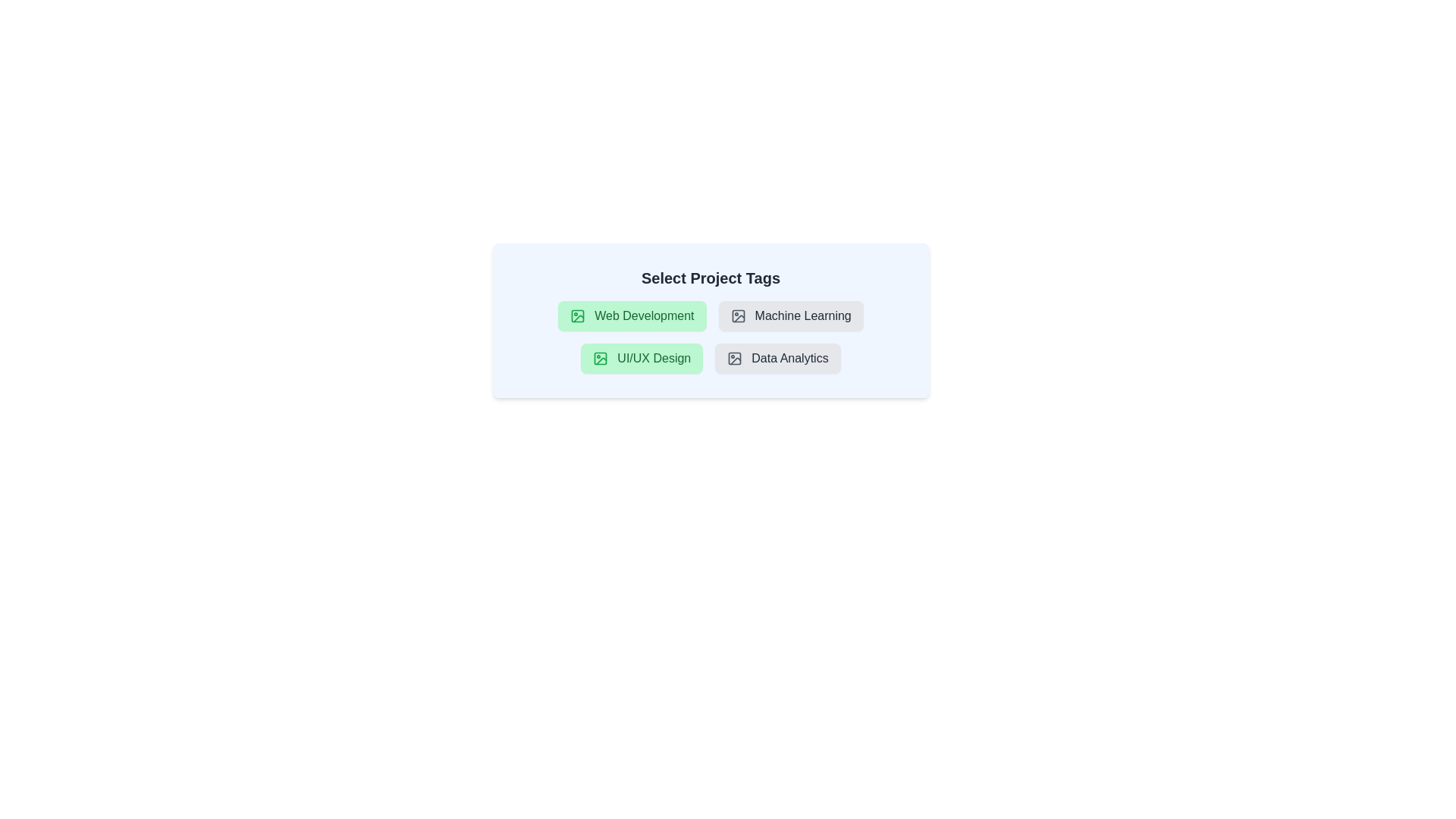  I want to click on the tag labeled 'UI/UX Design' by clicking on it, so click(642, 359).